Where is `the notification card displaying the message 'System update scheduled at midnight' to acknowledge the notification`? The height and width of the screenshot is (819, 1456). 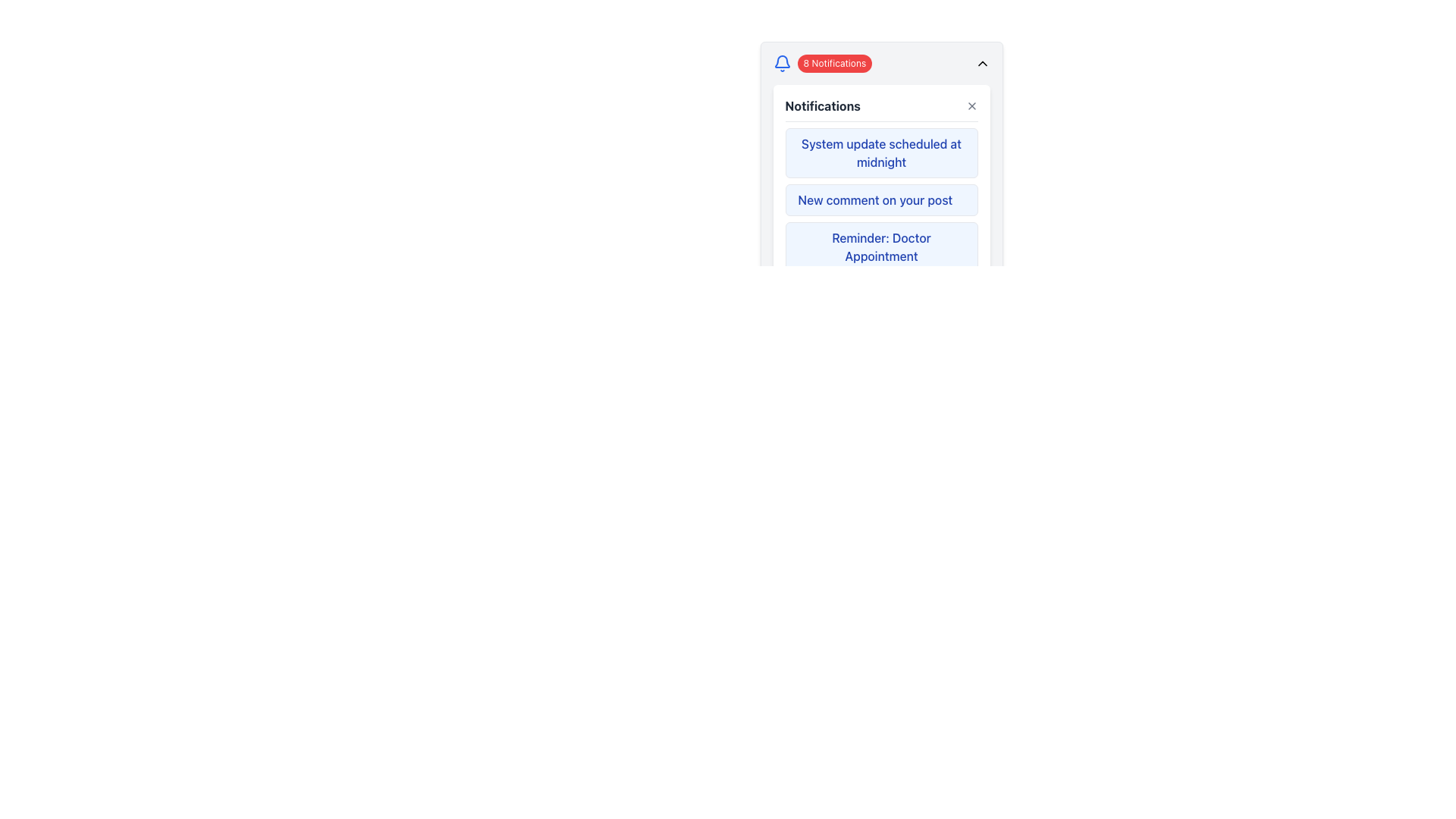
the notification card displaying the message 'System update scheduled at midnight' to acknowledge the notification is located at coordinates (881, 169).